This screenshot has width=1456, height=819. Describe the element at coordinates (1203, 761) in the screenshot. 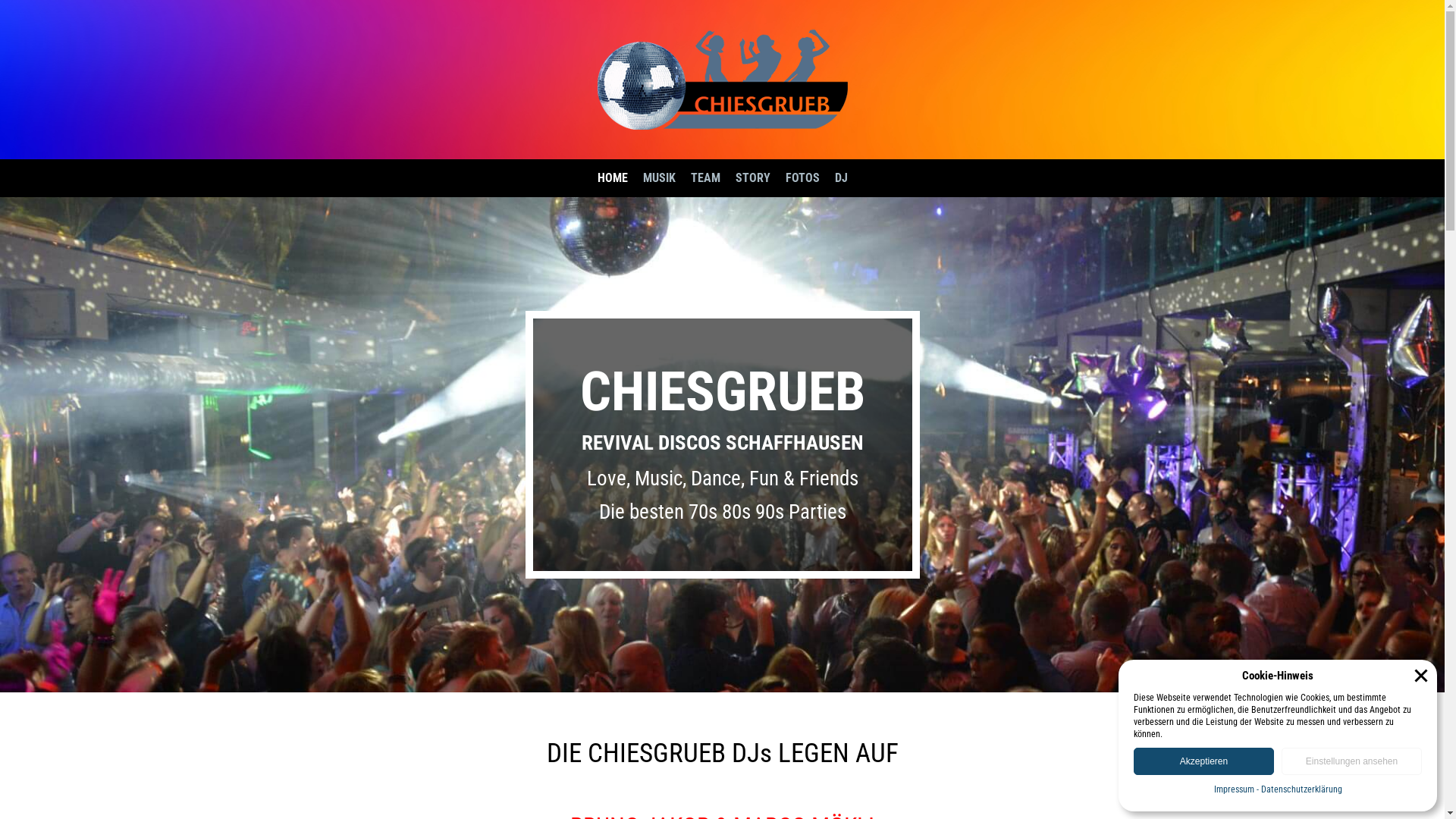

I see `'Akzeptieren'` at that location.